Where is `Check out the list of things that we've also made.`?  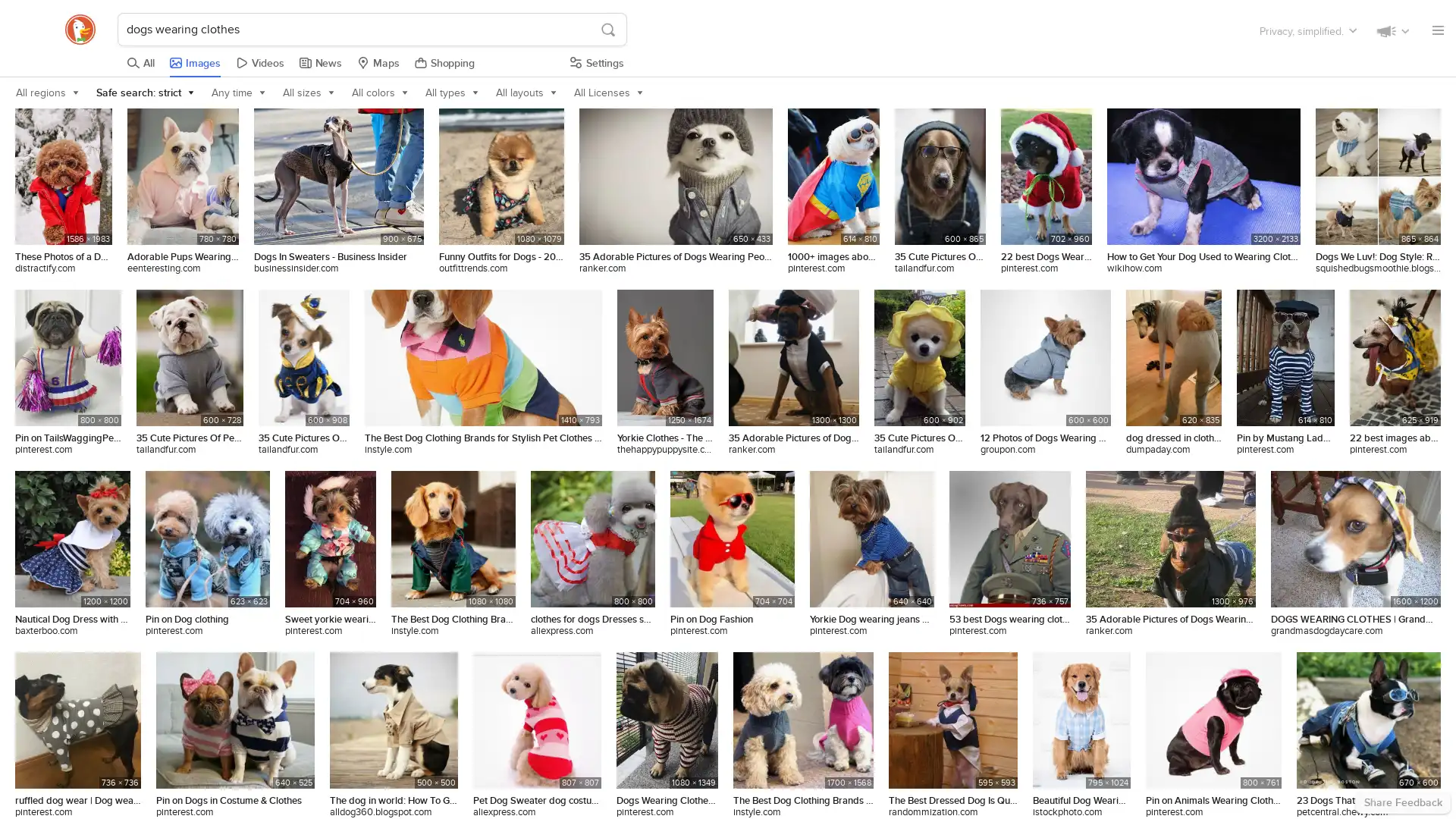 Check out the list of things that we've also made. is located at coordinates (1301, 30).